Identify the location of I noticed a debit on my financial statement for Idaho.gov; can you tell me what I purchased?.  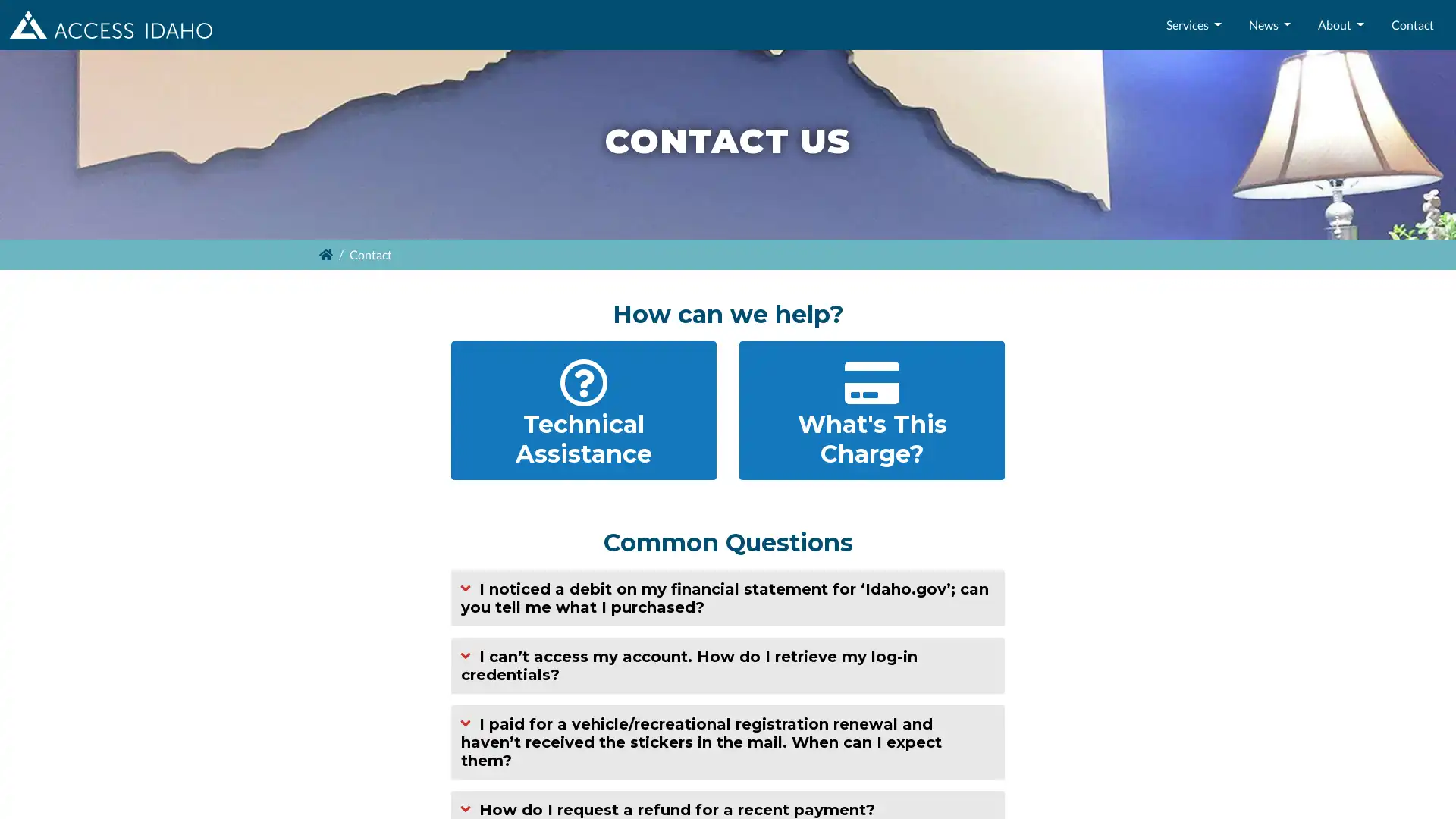
(728, 596).